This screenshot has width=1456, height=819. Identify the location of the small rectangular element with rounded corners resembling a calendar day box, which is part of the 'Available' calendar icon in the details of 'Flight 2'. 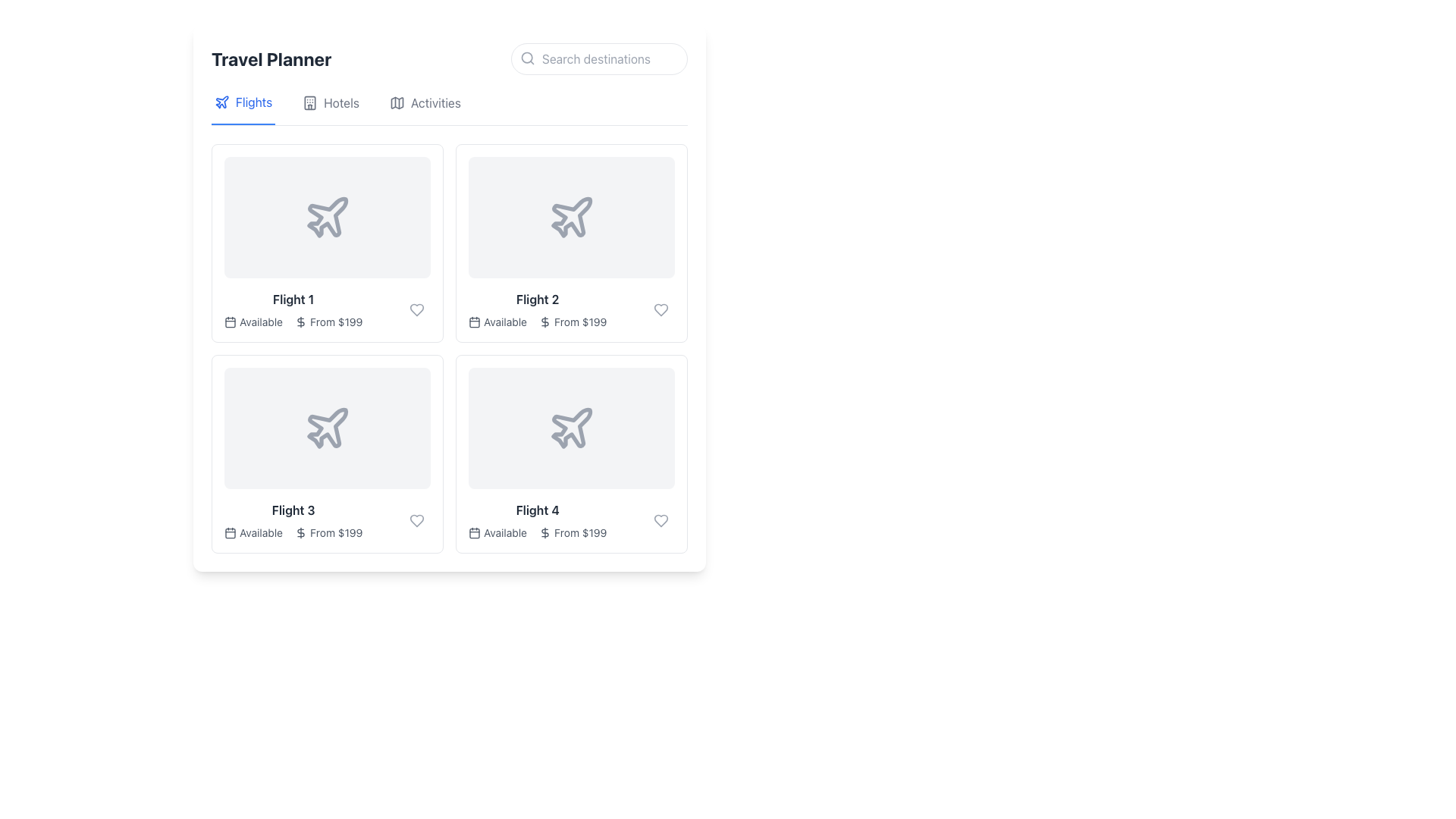
(473, 321).